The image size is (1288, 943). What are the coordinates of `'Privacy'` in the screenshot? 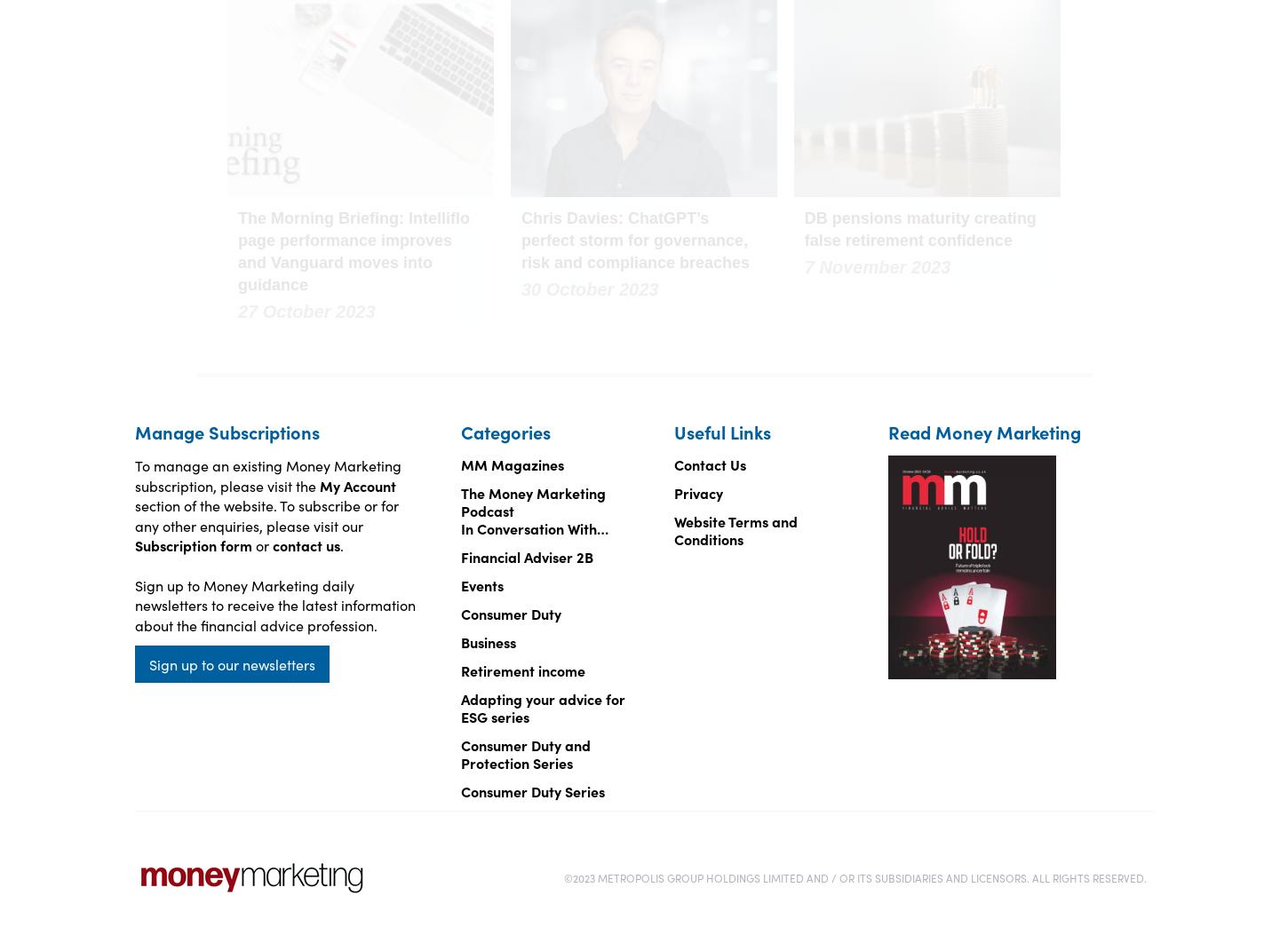 It's located at (698, 493).